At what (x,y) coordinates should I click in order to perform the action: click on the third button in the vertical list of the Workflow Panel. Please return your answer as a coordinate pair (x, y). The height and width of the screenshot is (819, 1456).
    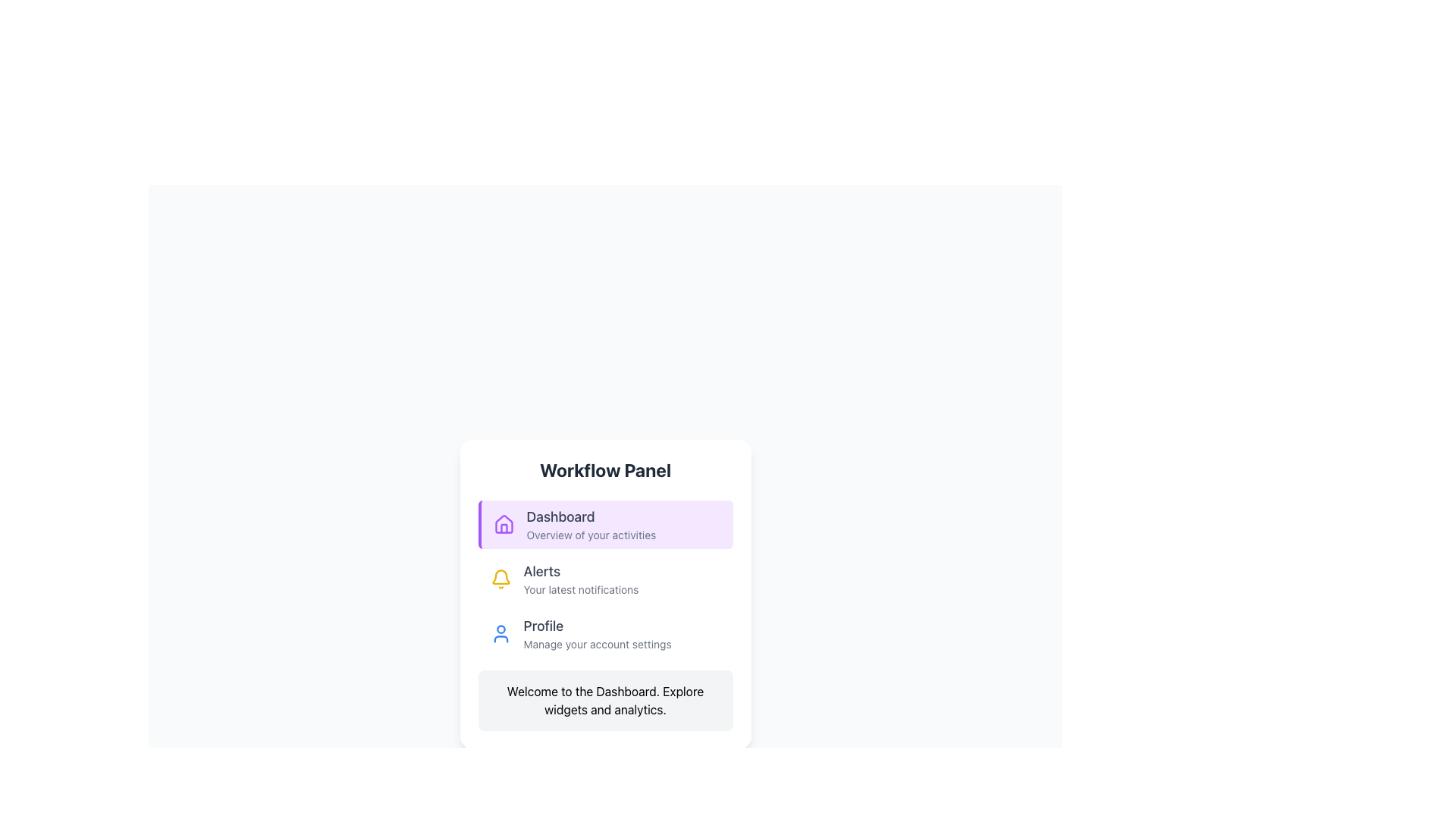
    Looking at the image, I should click on (604, 634).